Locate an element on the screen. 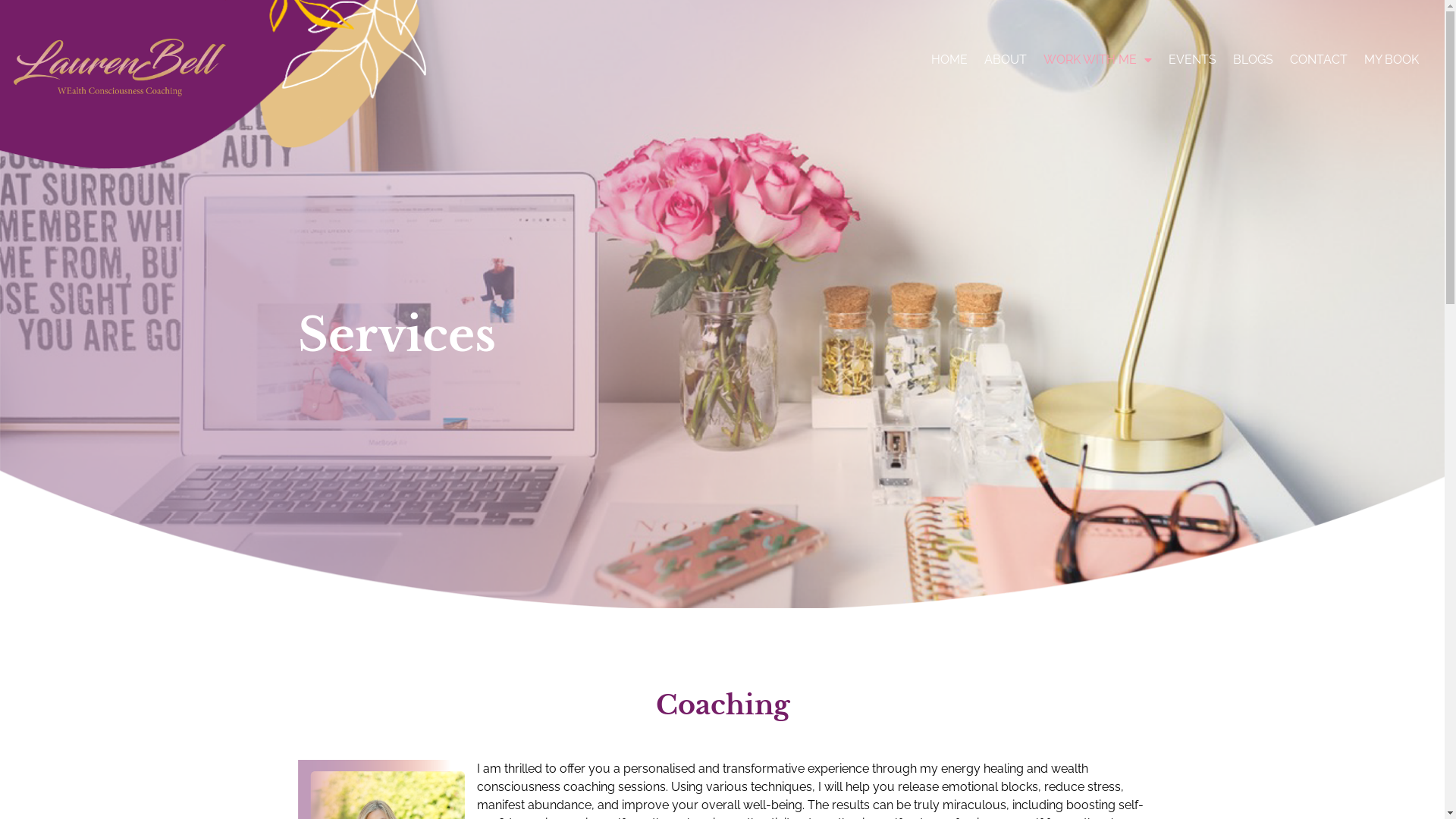 This screenshot has width=1456, height=819. 'WORK WITH ME' is located at coordinates (1097, 58).